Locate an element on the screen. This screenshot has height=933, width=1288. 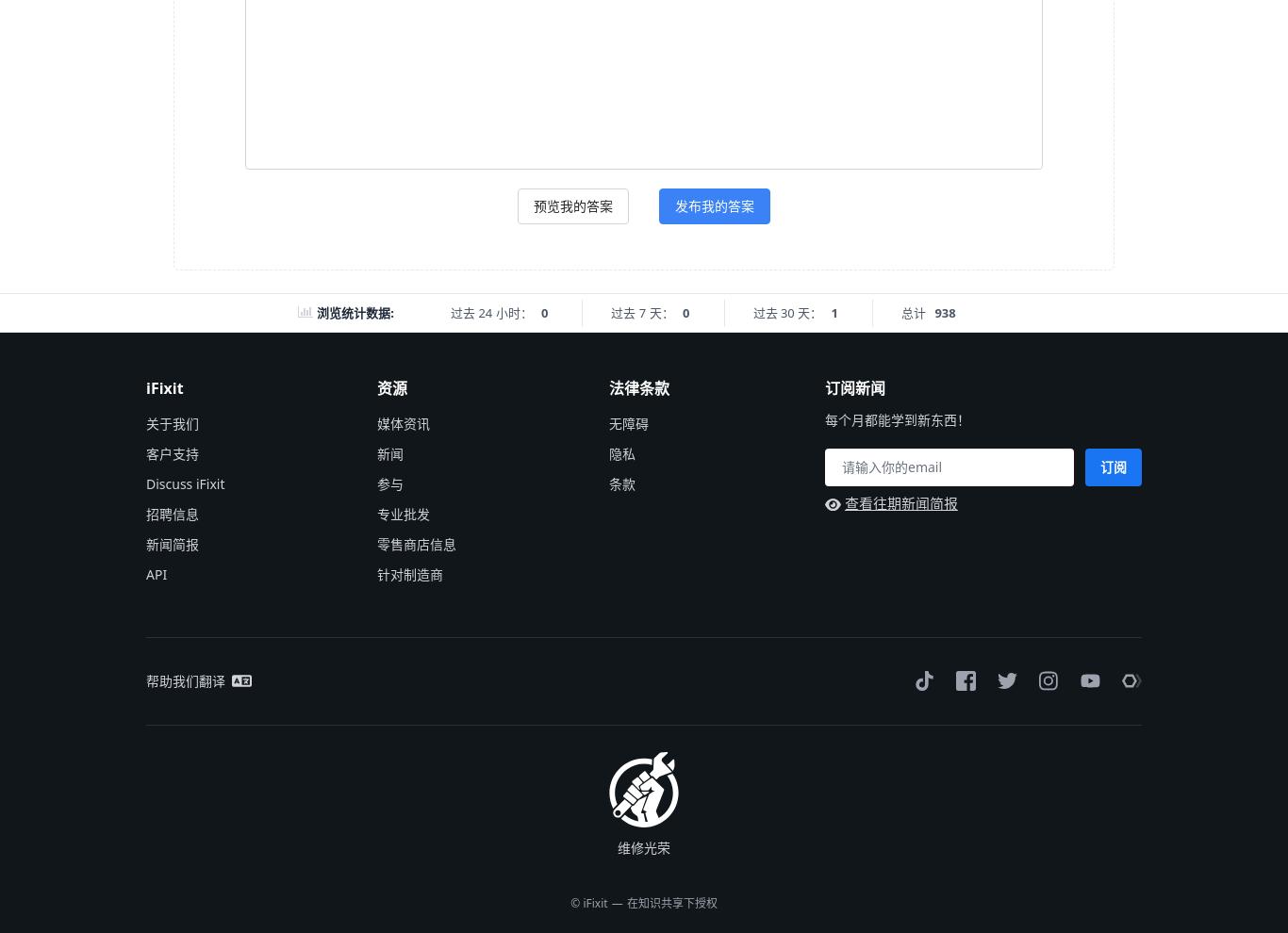
'Discuss iFixit' is located at coordinates (184, 482).